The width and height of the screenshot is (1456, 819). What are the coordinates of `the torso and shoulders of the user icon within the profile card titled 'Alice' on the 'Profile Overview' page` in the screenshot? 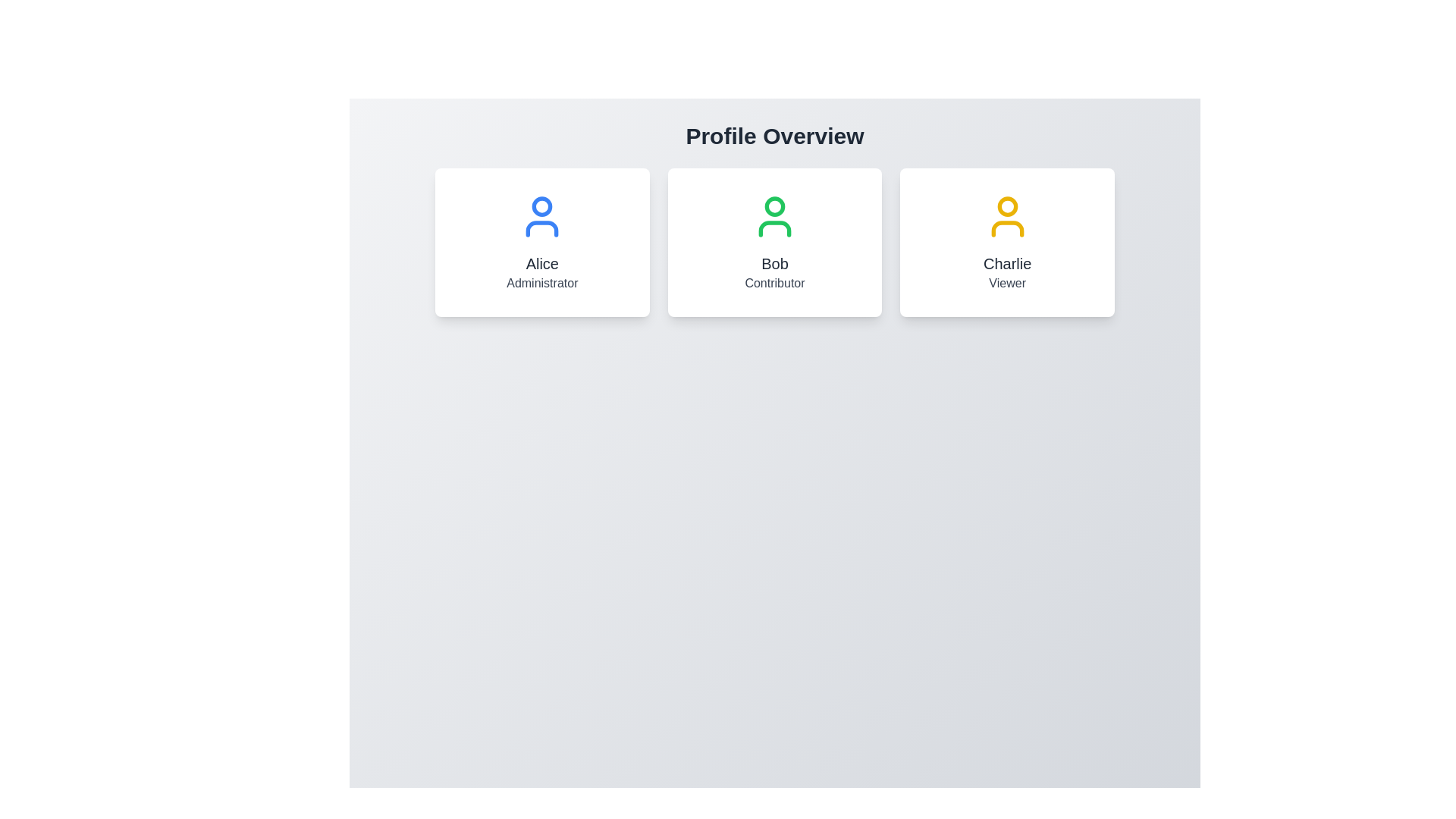 It's located at (542, 228).